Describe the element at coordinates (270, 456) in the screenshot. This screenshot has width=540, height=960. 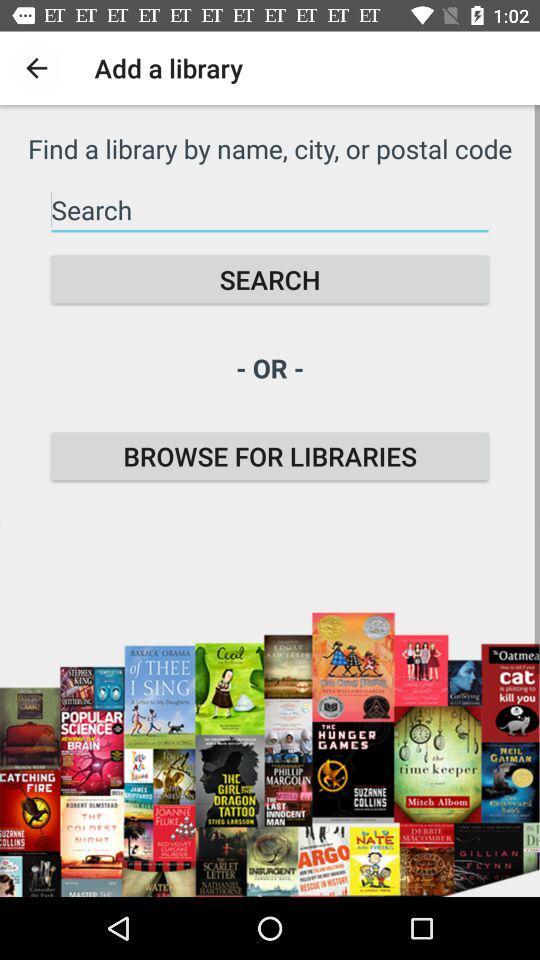
I see `icon below the - or - icon` at that location.